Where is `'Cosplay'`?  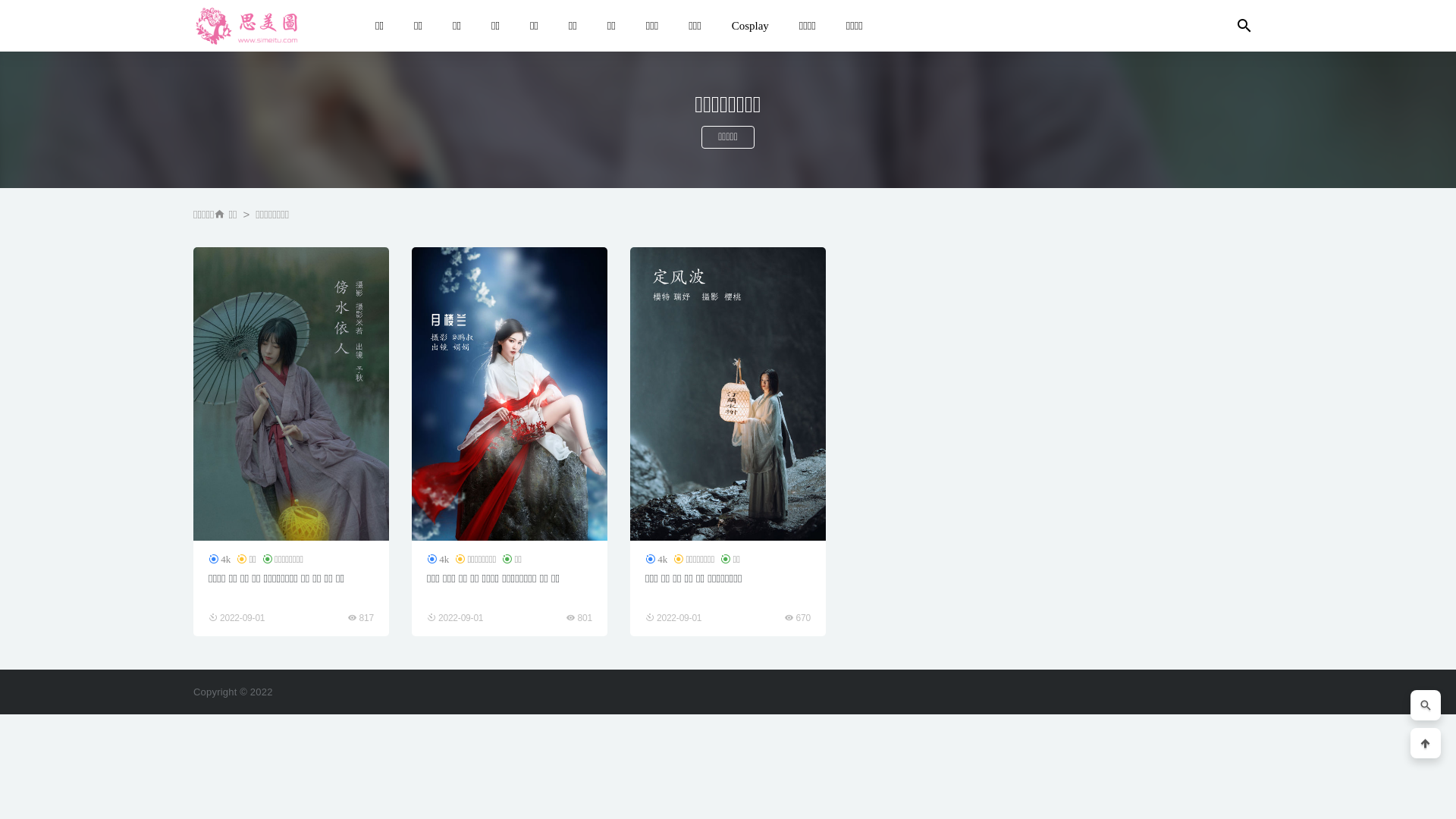
'Cosplay' is located at coordinates (716, 26).